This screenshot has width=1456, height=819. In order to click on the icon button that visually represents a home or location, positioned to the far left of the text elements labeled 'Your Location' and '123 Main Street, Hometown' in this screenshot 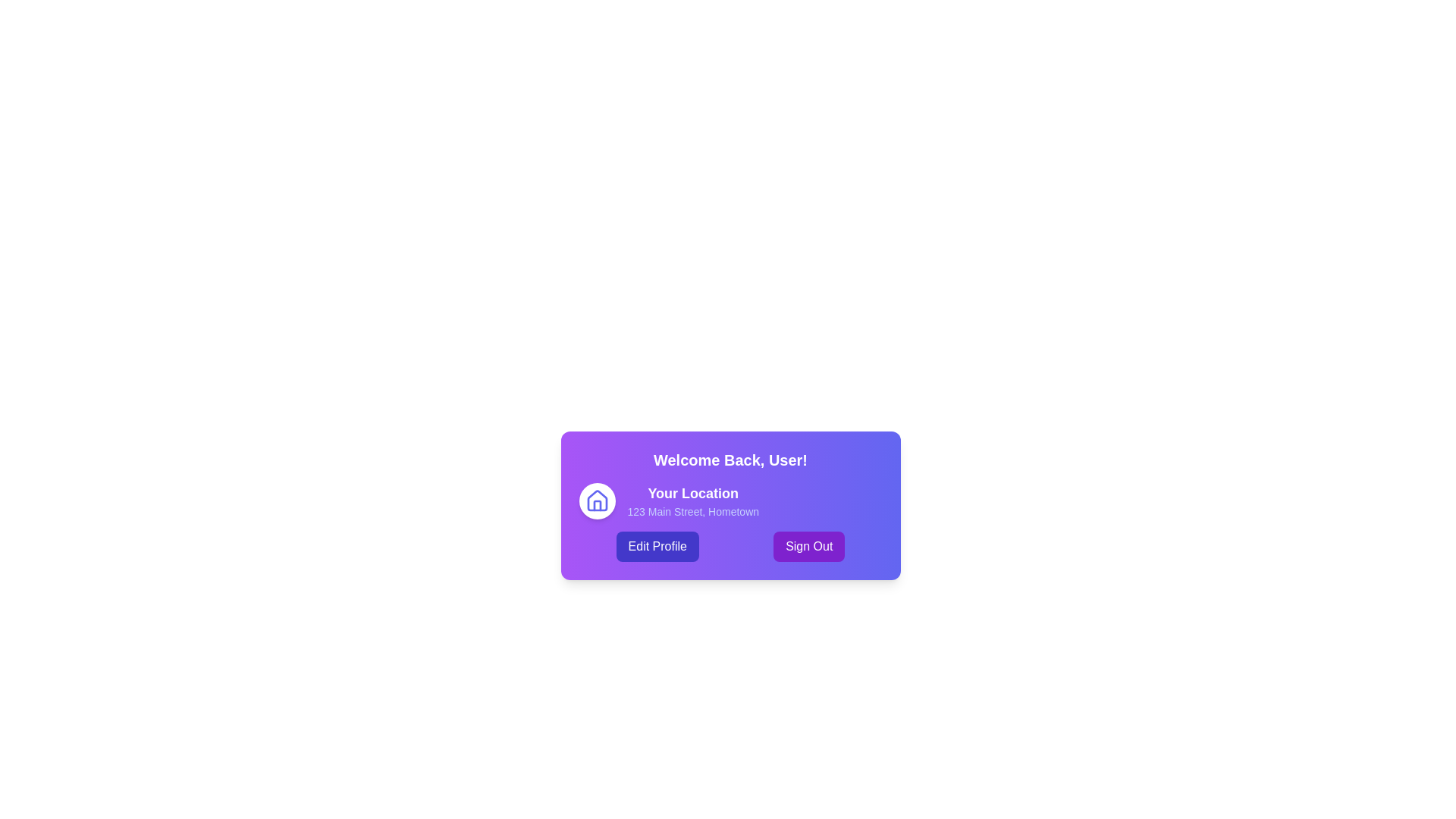, I will do `click(596, 500)`.